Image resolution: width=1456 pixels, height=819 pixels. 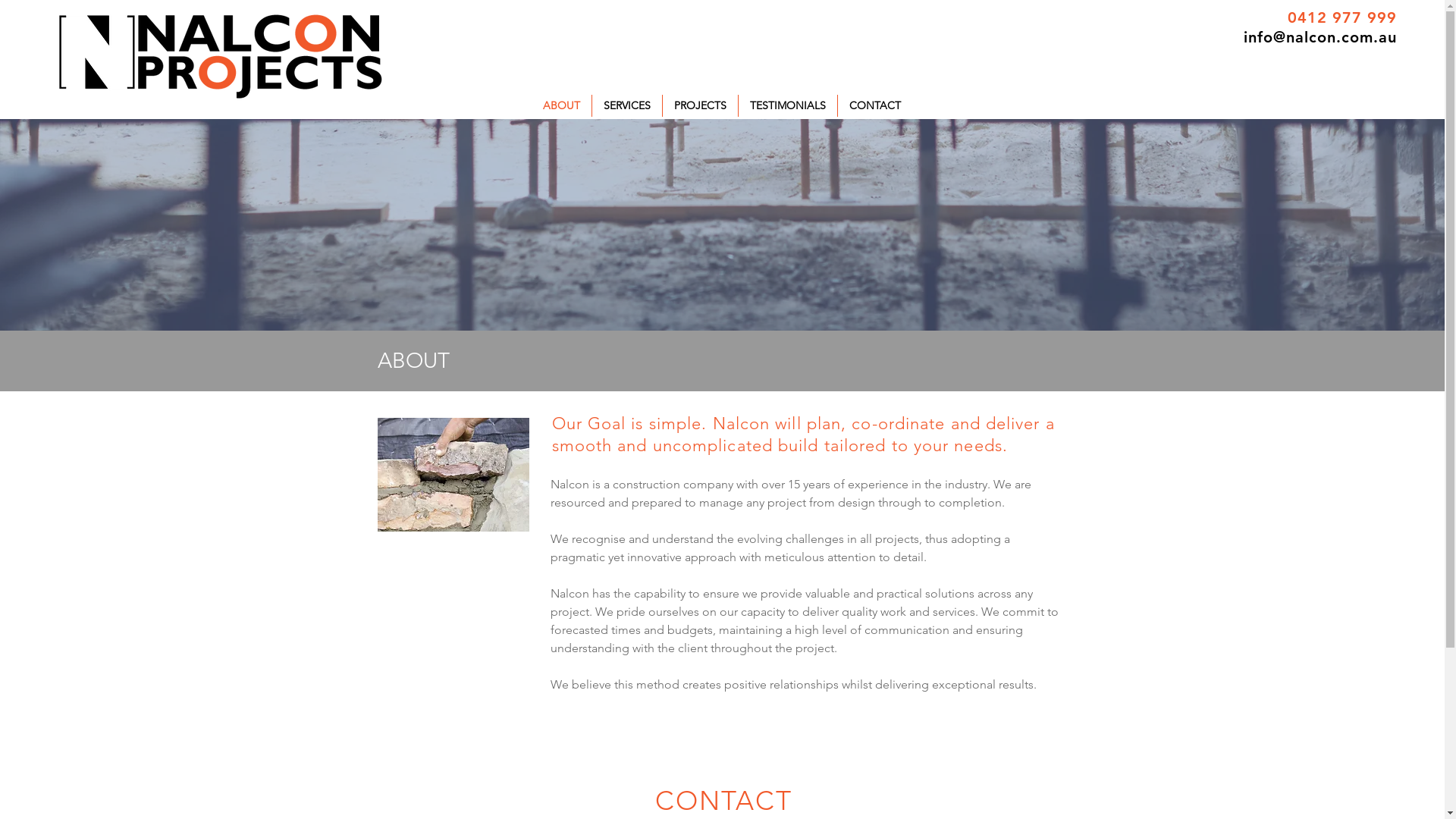 What do you see at coordinates (836, 105) in the screenshot?
I see `'CONTACT'` at bounding box center [836, 105].